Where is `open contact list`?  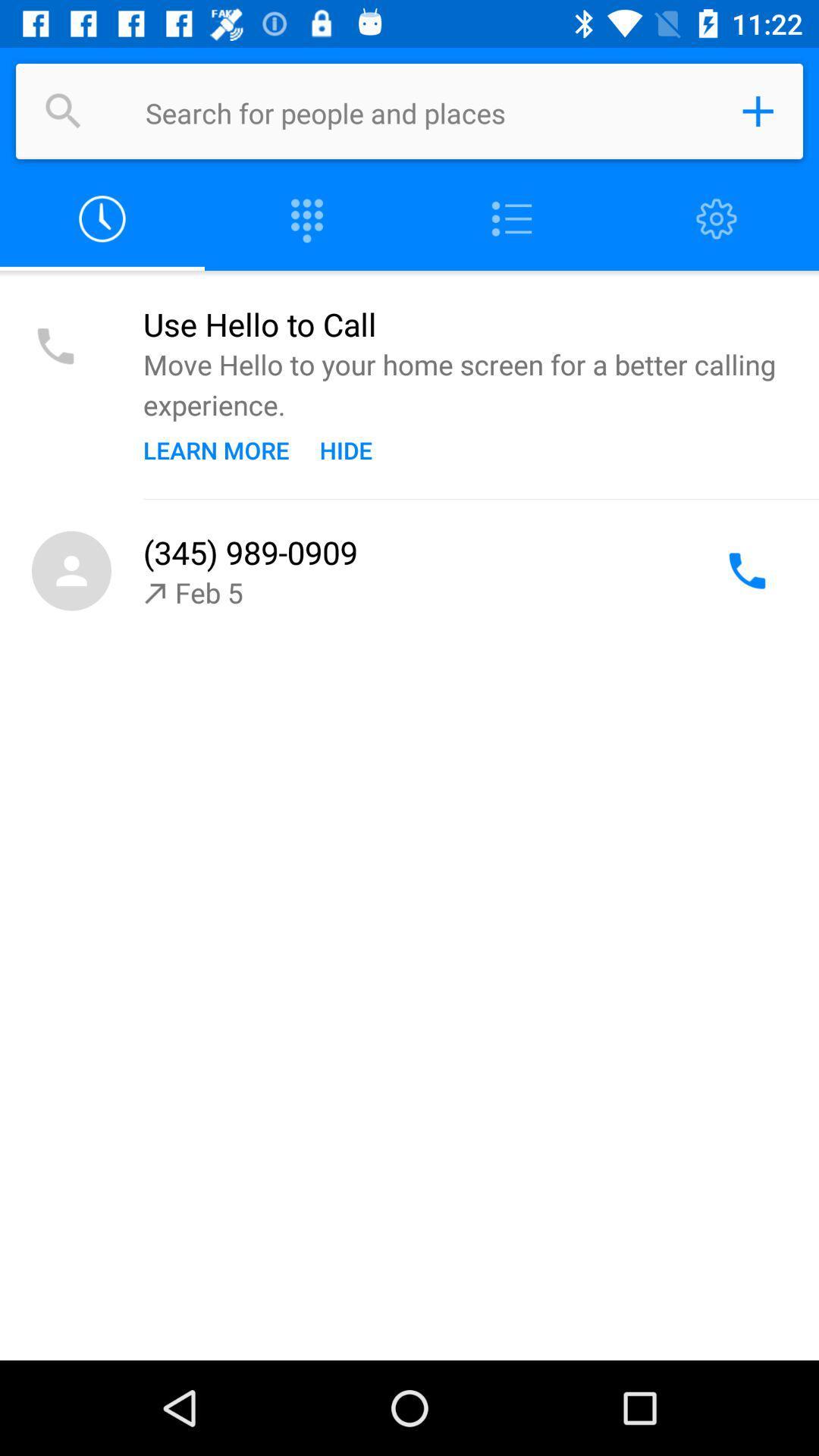 open contact list is located at coordinates (512, 218).